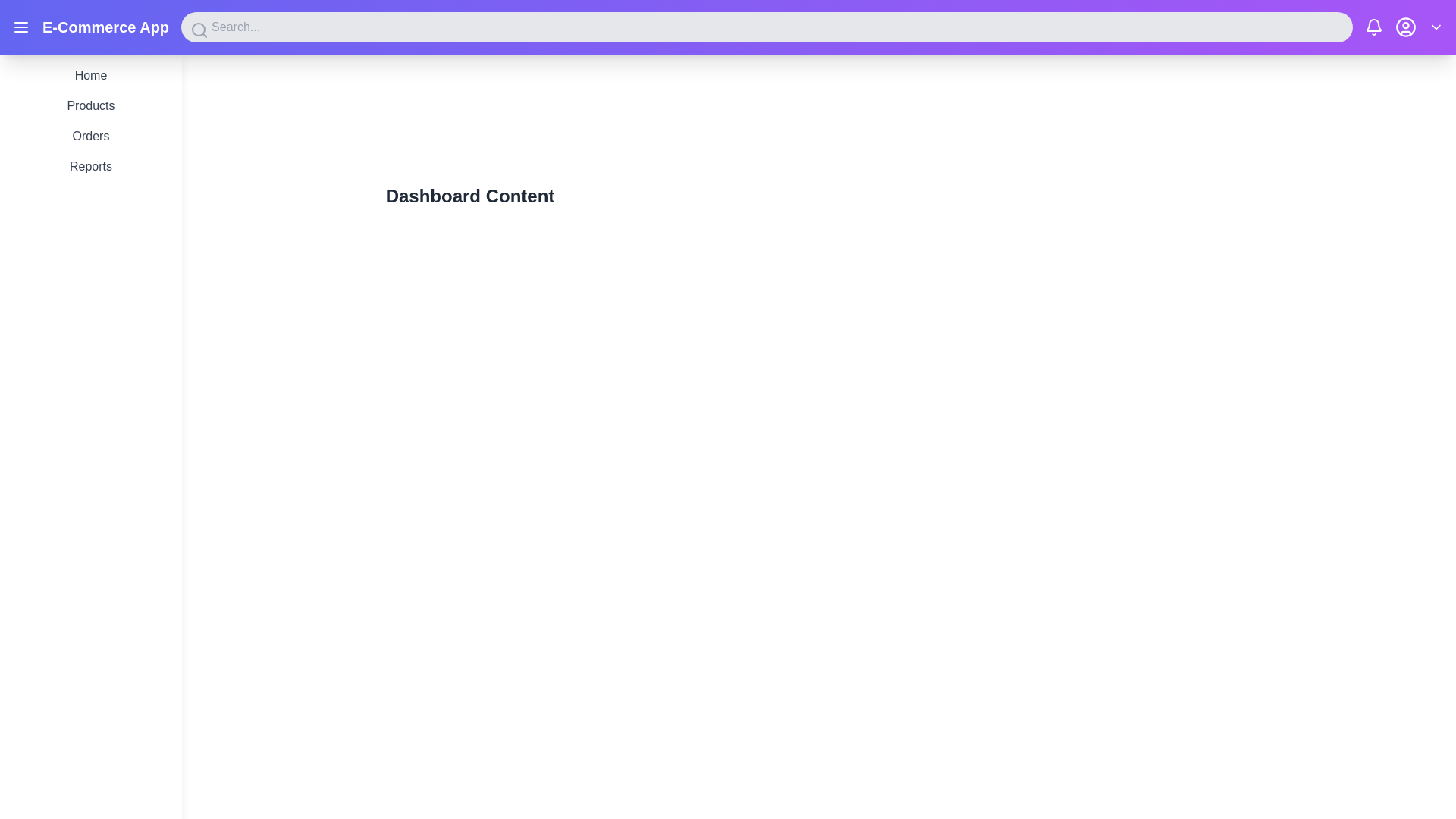 This screenshot has width=1456, height=819. I want to click on the 'Home' text-based interactive navigation link, which is styled in dark gray and positioned at the top of the navigation section, so click(90, 76).